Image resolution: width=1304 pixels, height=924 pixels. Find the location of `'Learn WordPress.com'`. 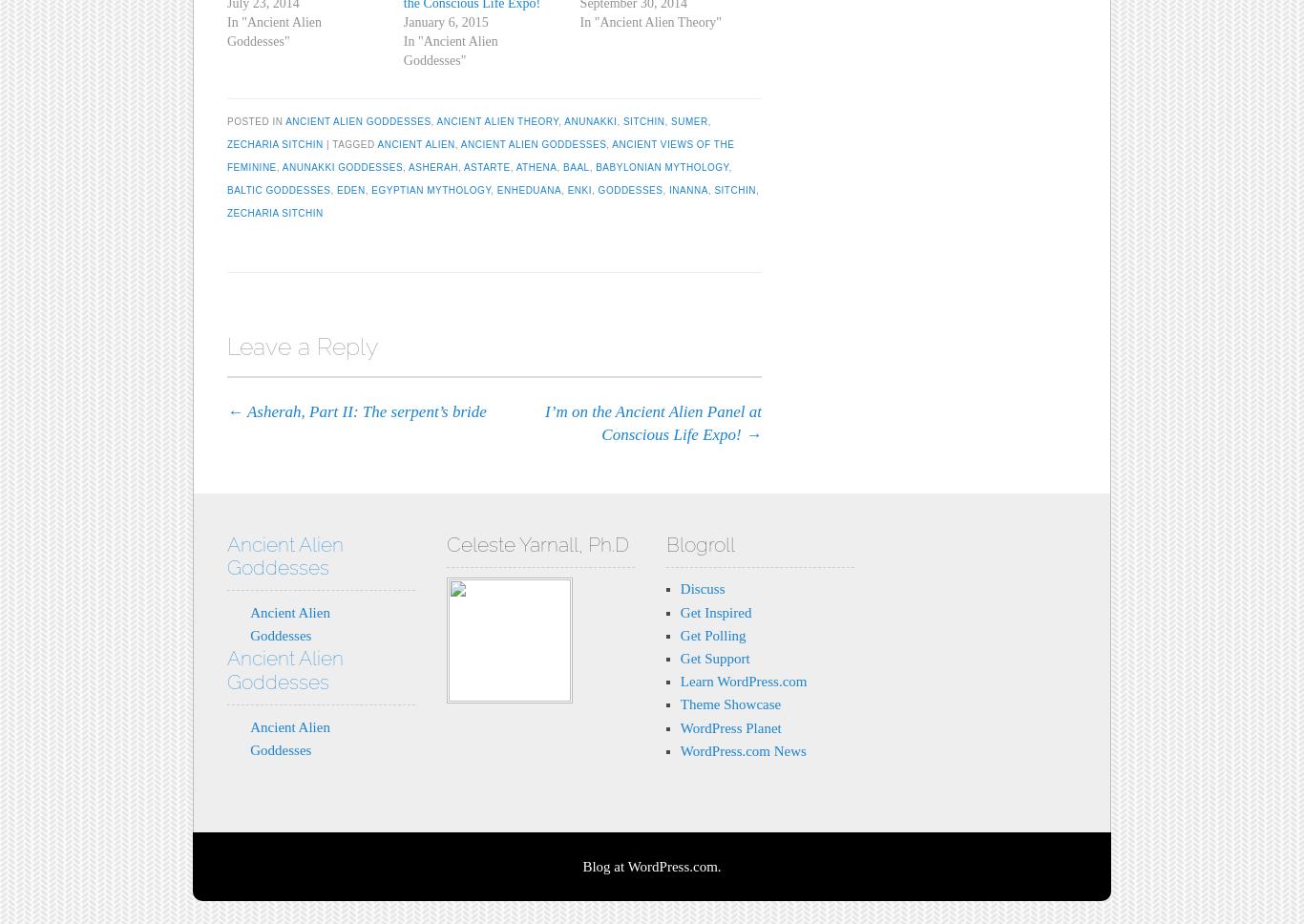

'Learn WordPress.com' is located at coordinates (743, 680).